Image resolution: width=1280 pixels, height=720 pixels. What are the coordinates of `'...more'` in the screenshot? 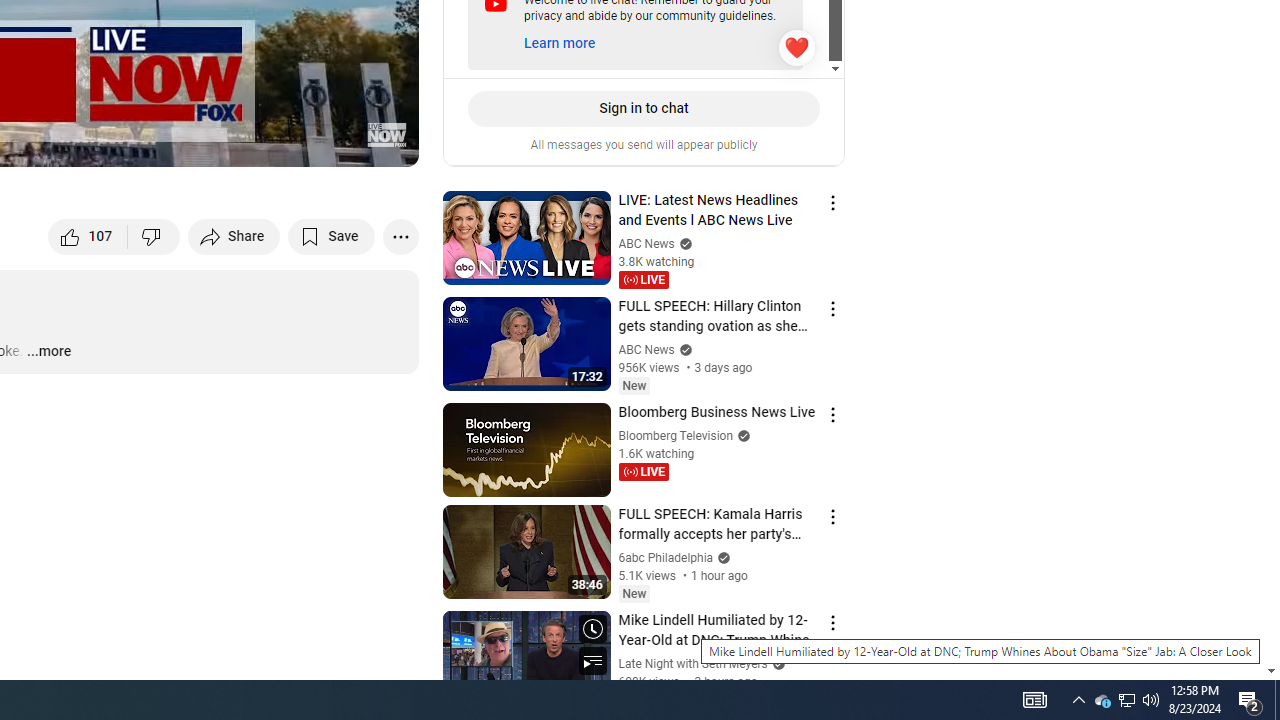 It's located at (48, 351).